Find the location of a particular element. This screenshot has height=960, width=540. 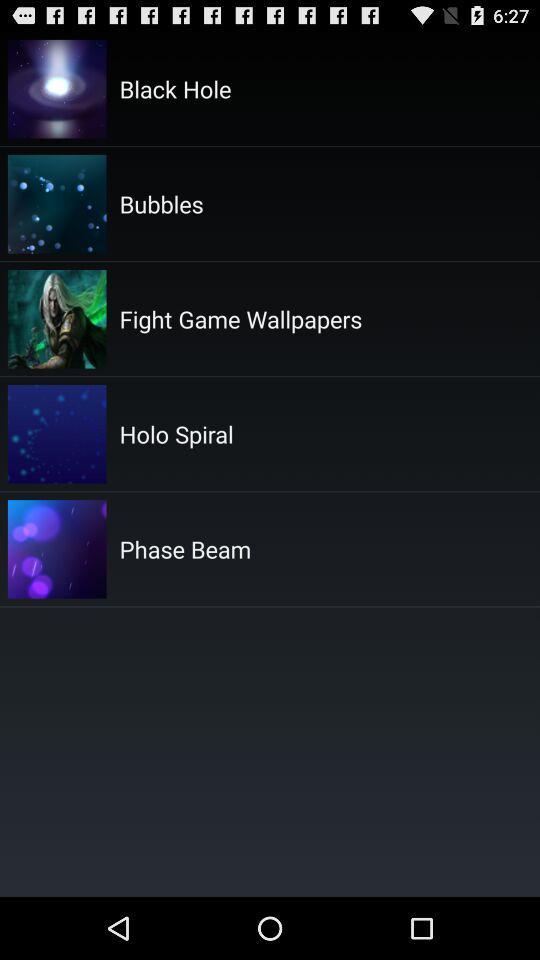

app above fight game wallpapers app is located at coordinates (160, 203).